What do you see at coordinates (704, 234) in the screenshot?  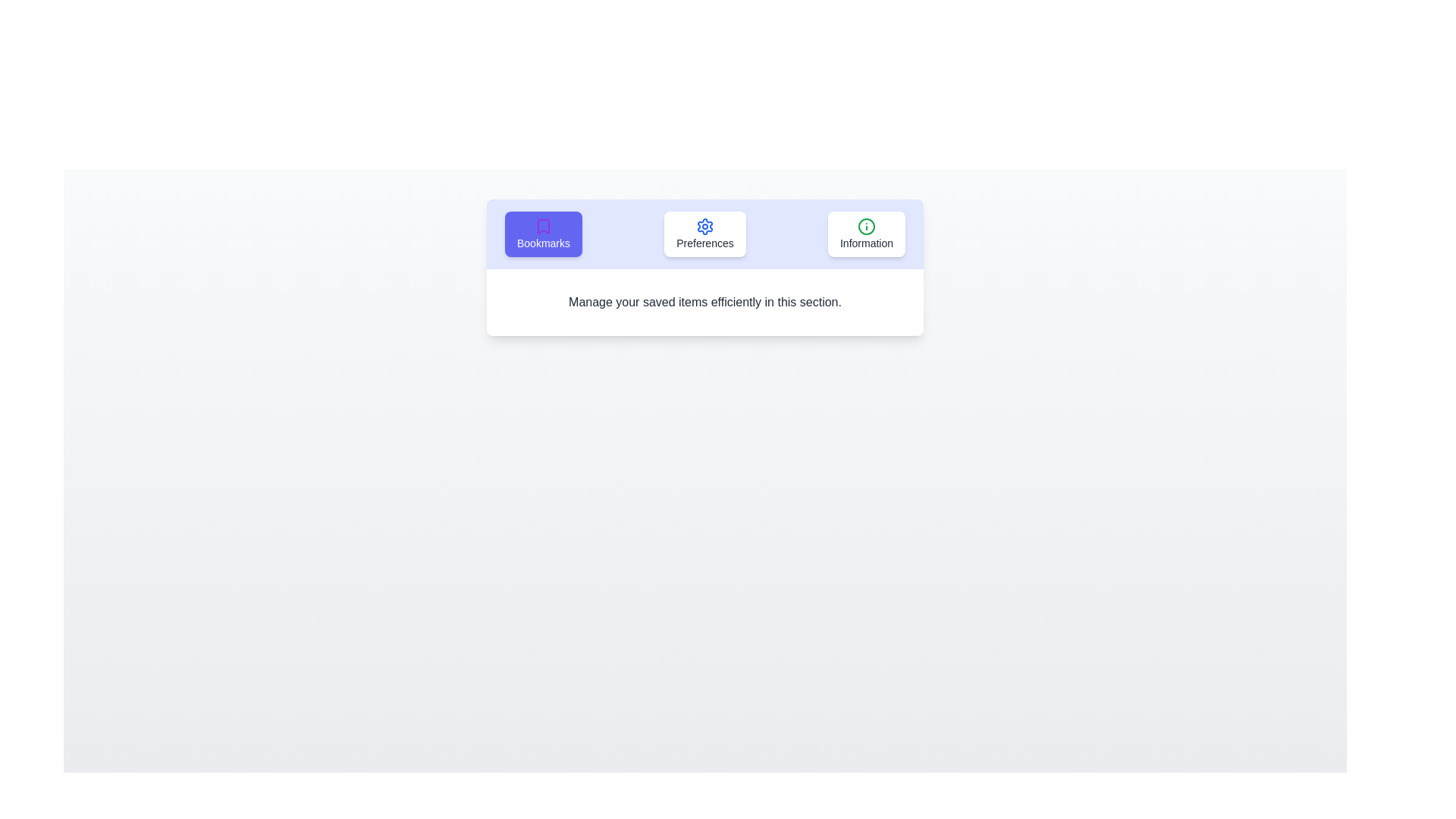 I see `the tab labeled Preferences to observe its visual changes` at bounding box center [704, 234].